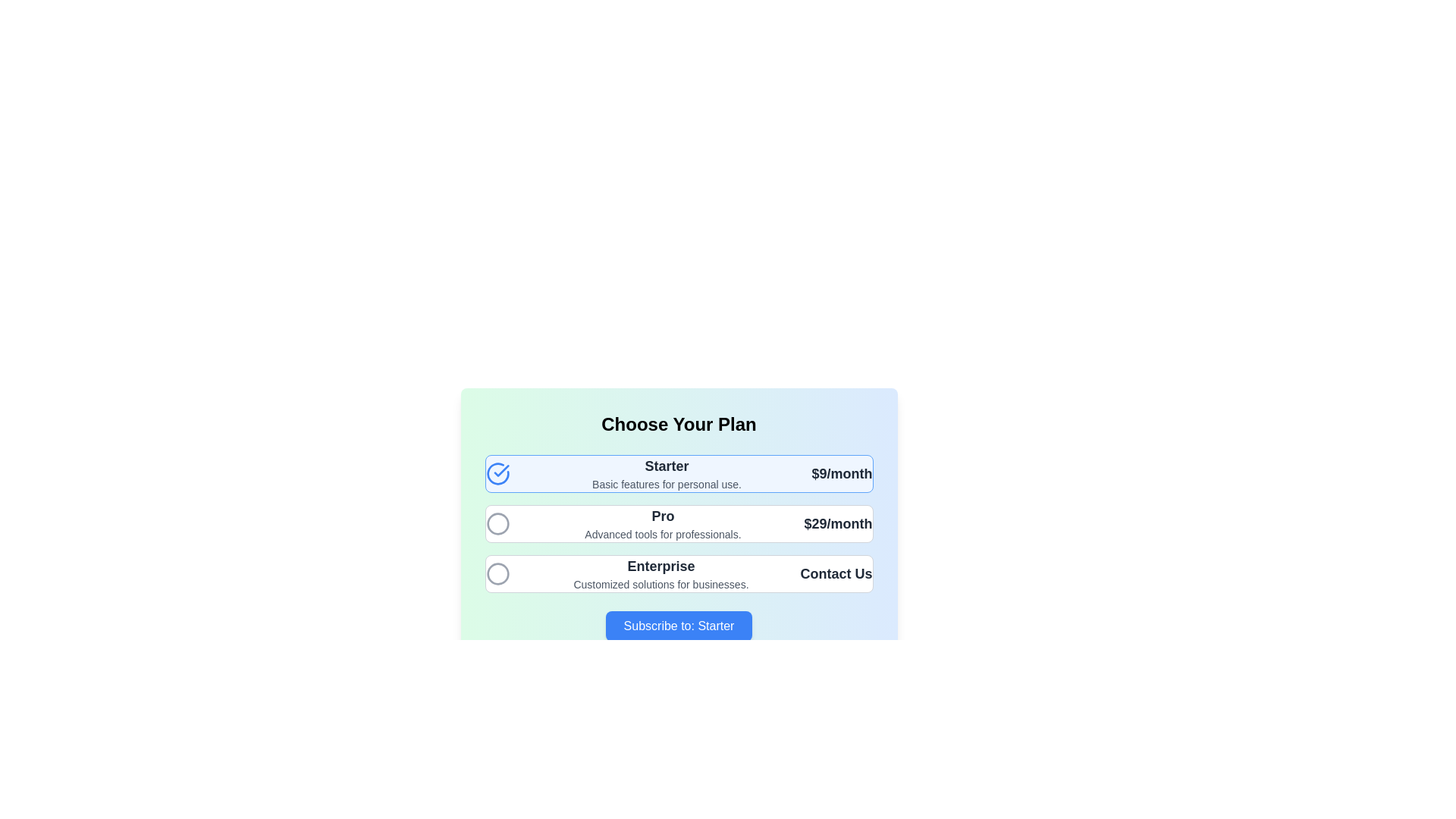 The image size is (1456, 819). Describe the element at coordinates (837, 522) in the screenshot. I see `the text label indicating the cost of the 'Pro' subscription plan located in the top-right corner of the pricing panel` at that location.